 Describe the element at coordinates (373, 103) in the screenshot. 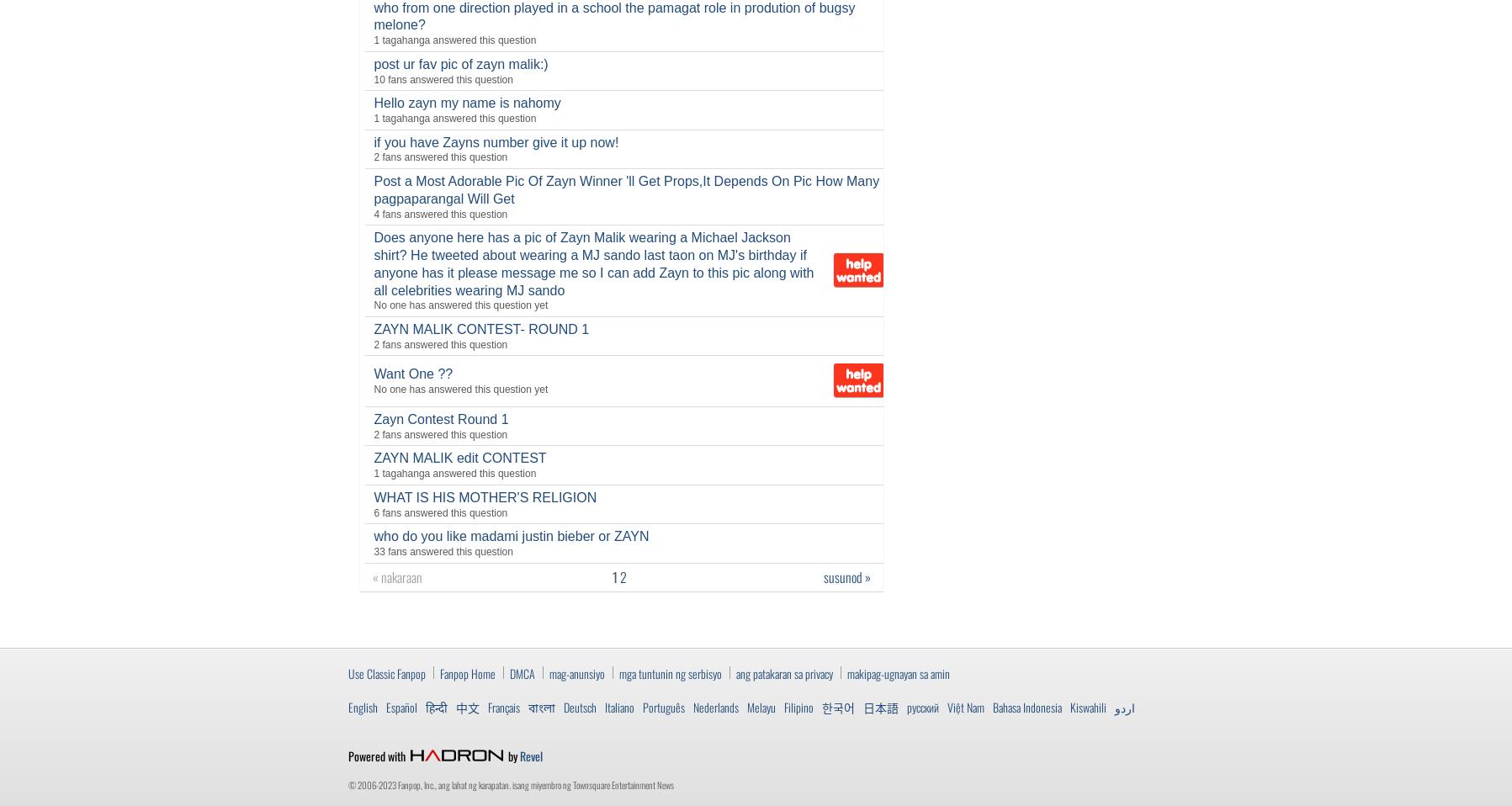

I see `'Hello zayn my name is nahomy'` at that location.